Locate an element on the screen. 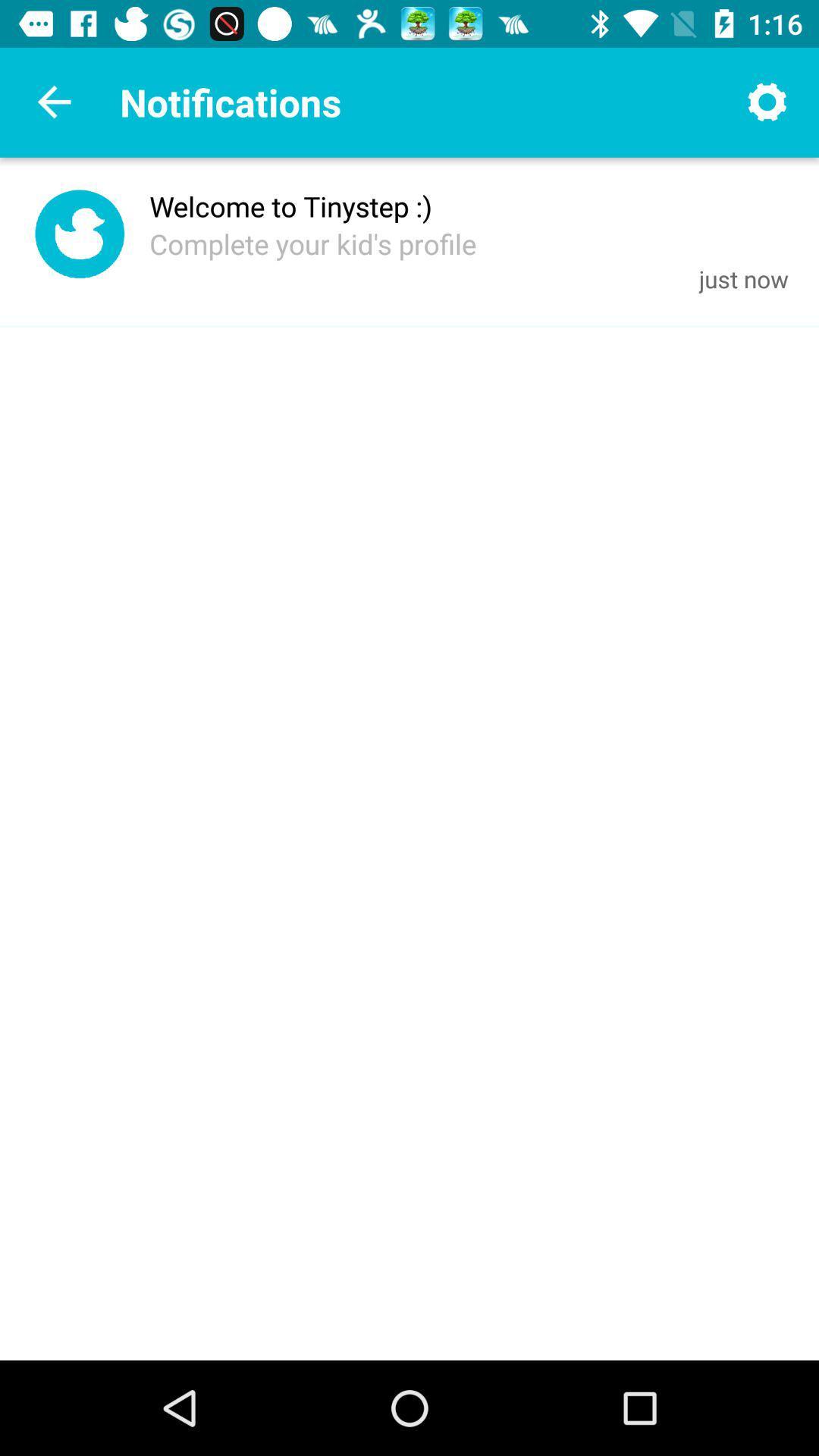  icon to the right of complete your kid is located at coordinates (742, 278).